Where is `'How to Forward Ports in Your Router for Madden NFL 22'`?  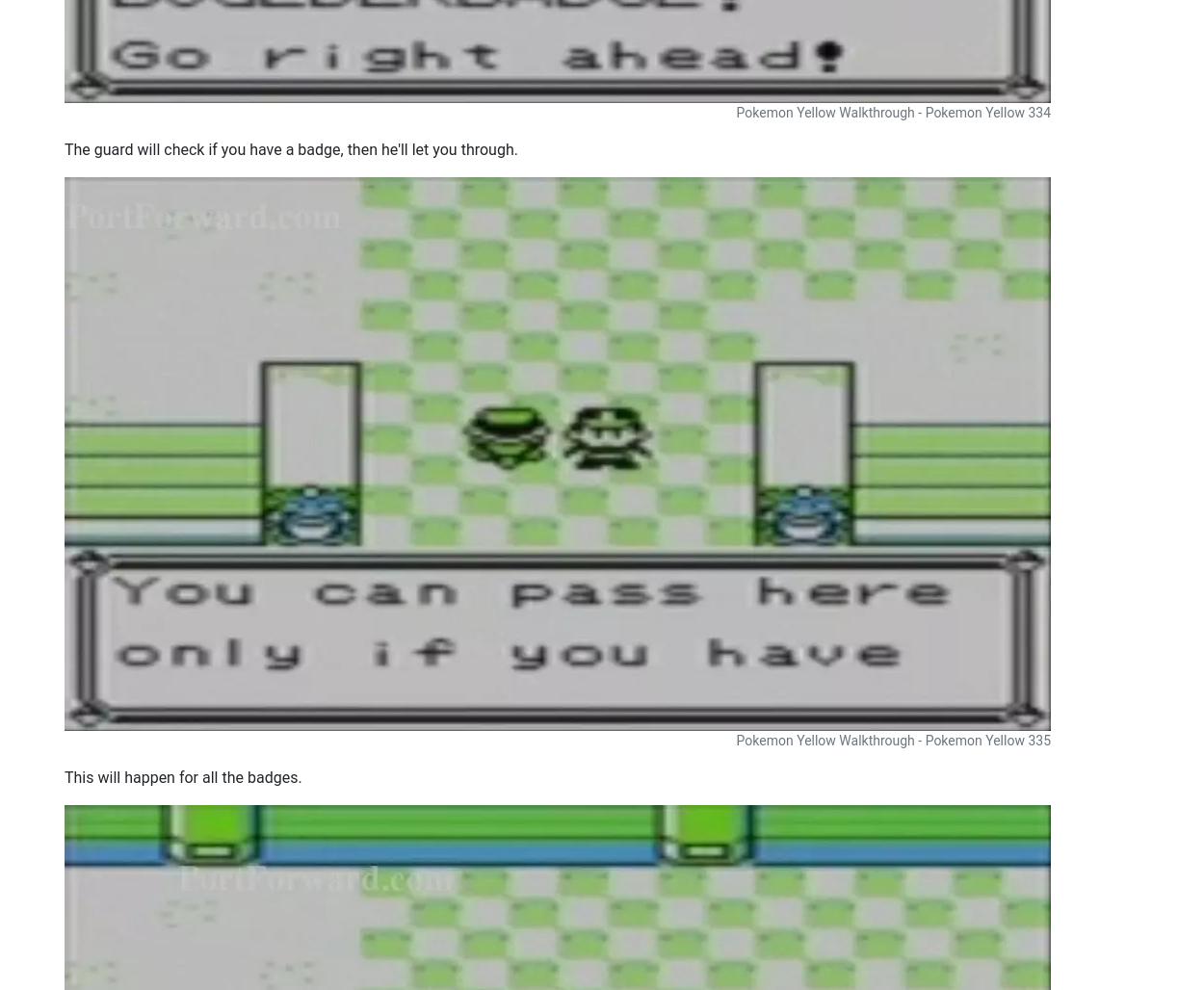
'How to Forward Ports in Your Router for Madden NFL 22' is located at coordinates (463, 156).